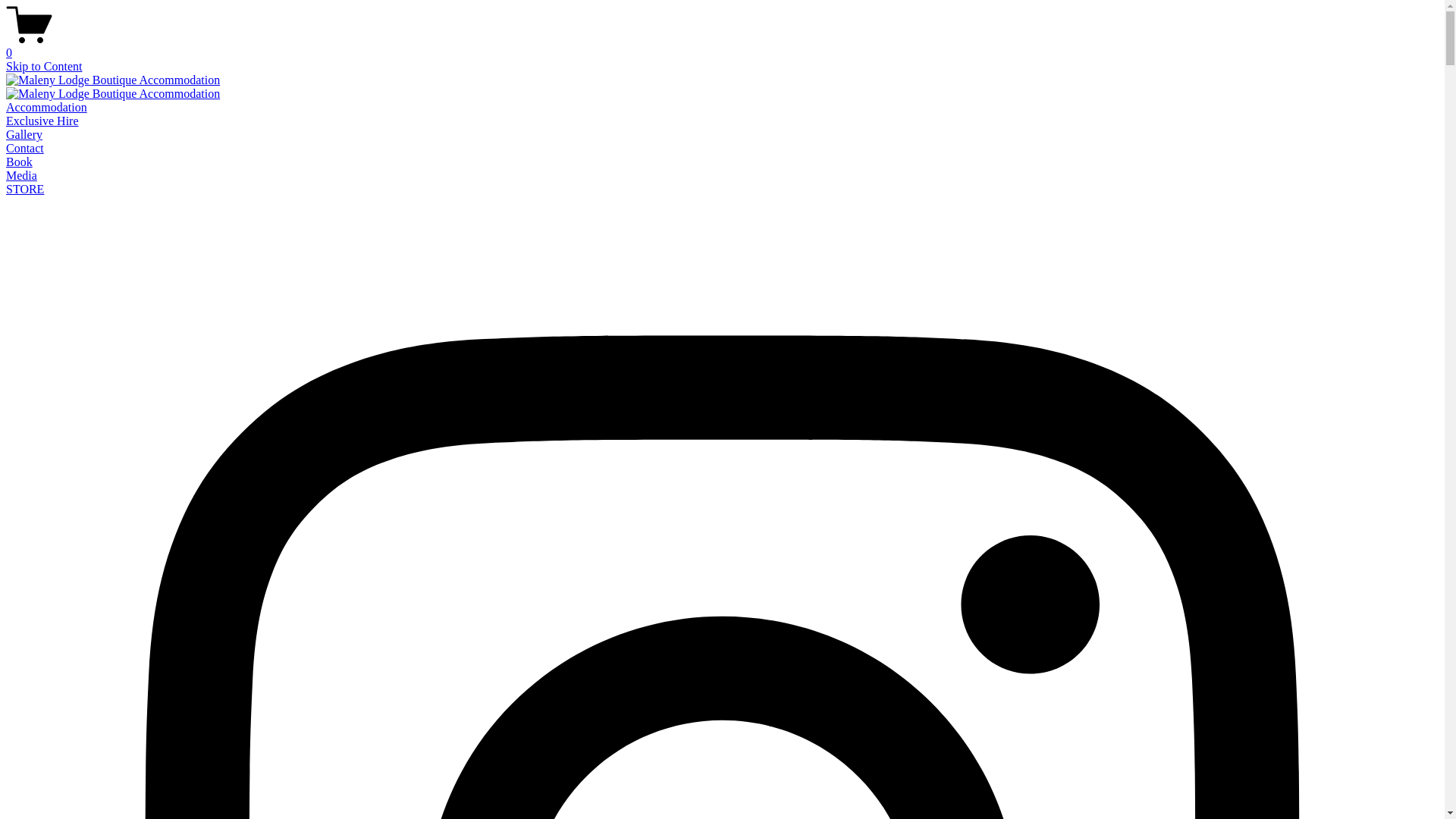 The width and height of the screenshot is (1456, 819). Describe the element at coordinates (42, 120) in the screenshot. I see `'Exclusive Hire'` at that location.